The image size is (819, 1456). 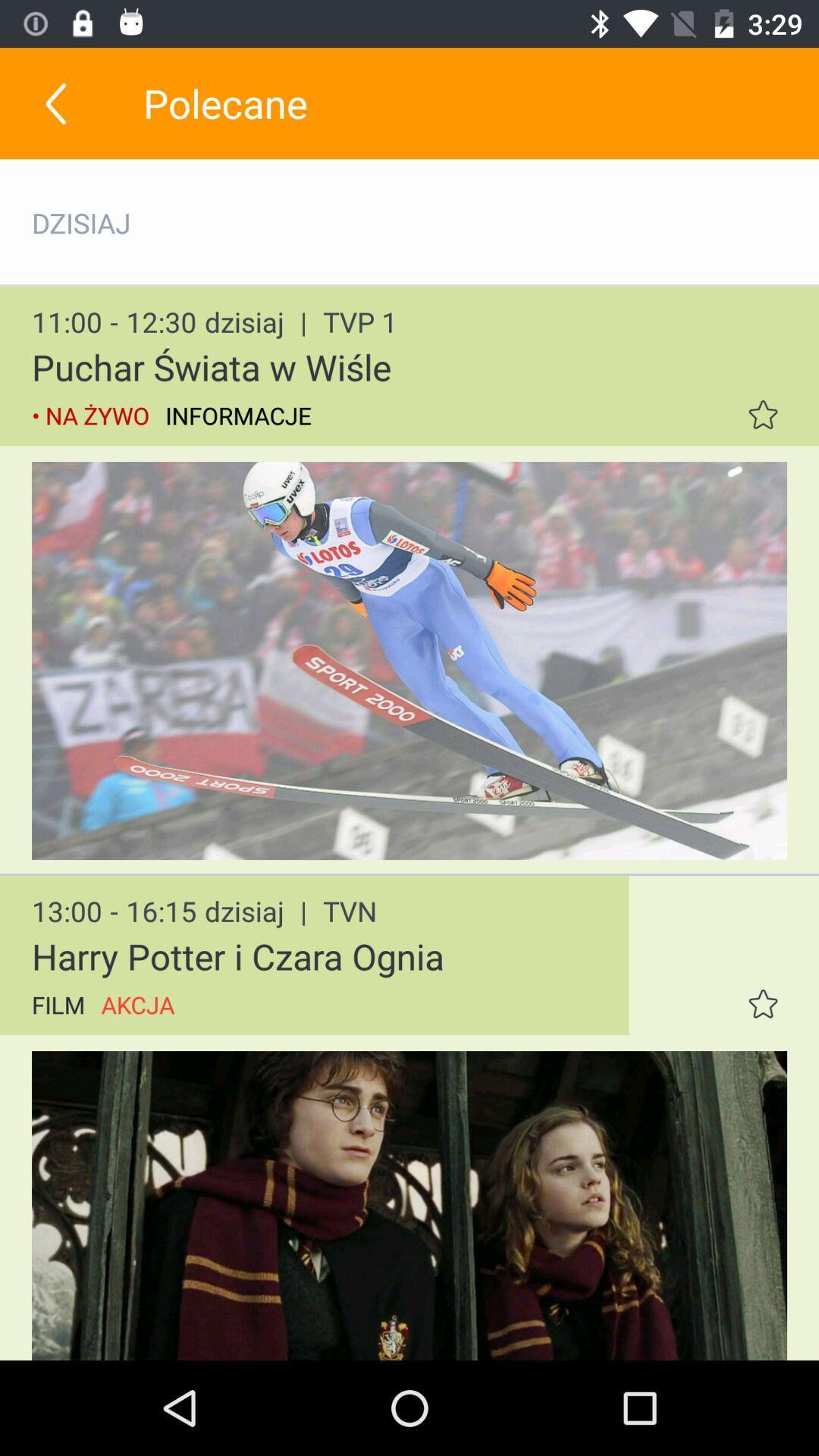 I want to click on the item to the left of polecane, so click(x=55, y=102).